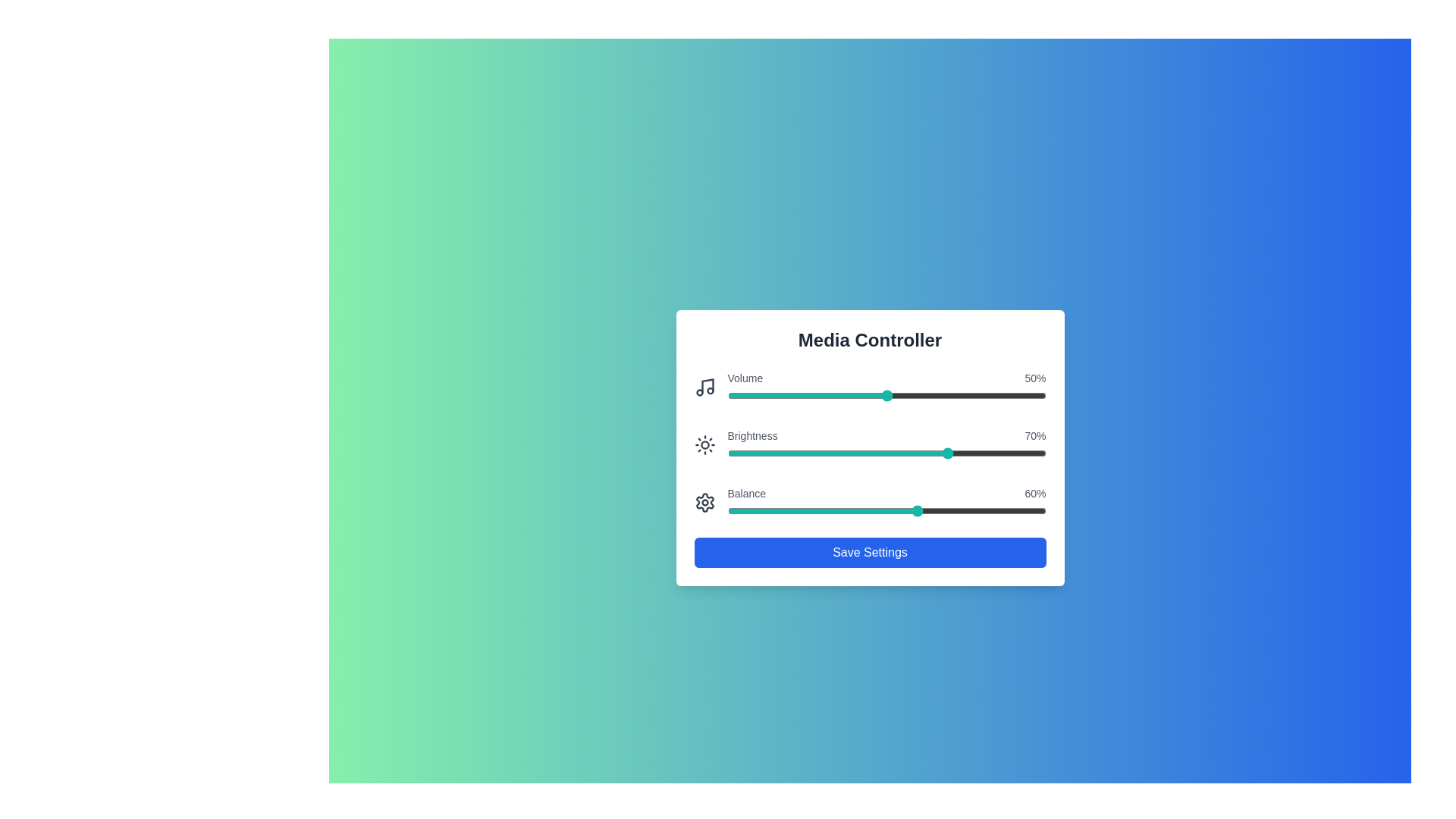 Image resolution: width=1456 pixels, height=819 pixels. What do you see at coordinates (968, 511) in the screenshot?
I see `the balance slider handle to set the balance to 76%` at bounding box center [968, 511].